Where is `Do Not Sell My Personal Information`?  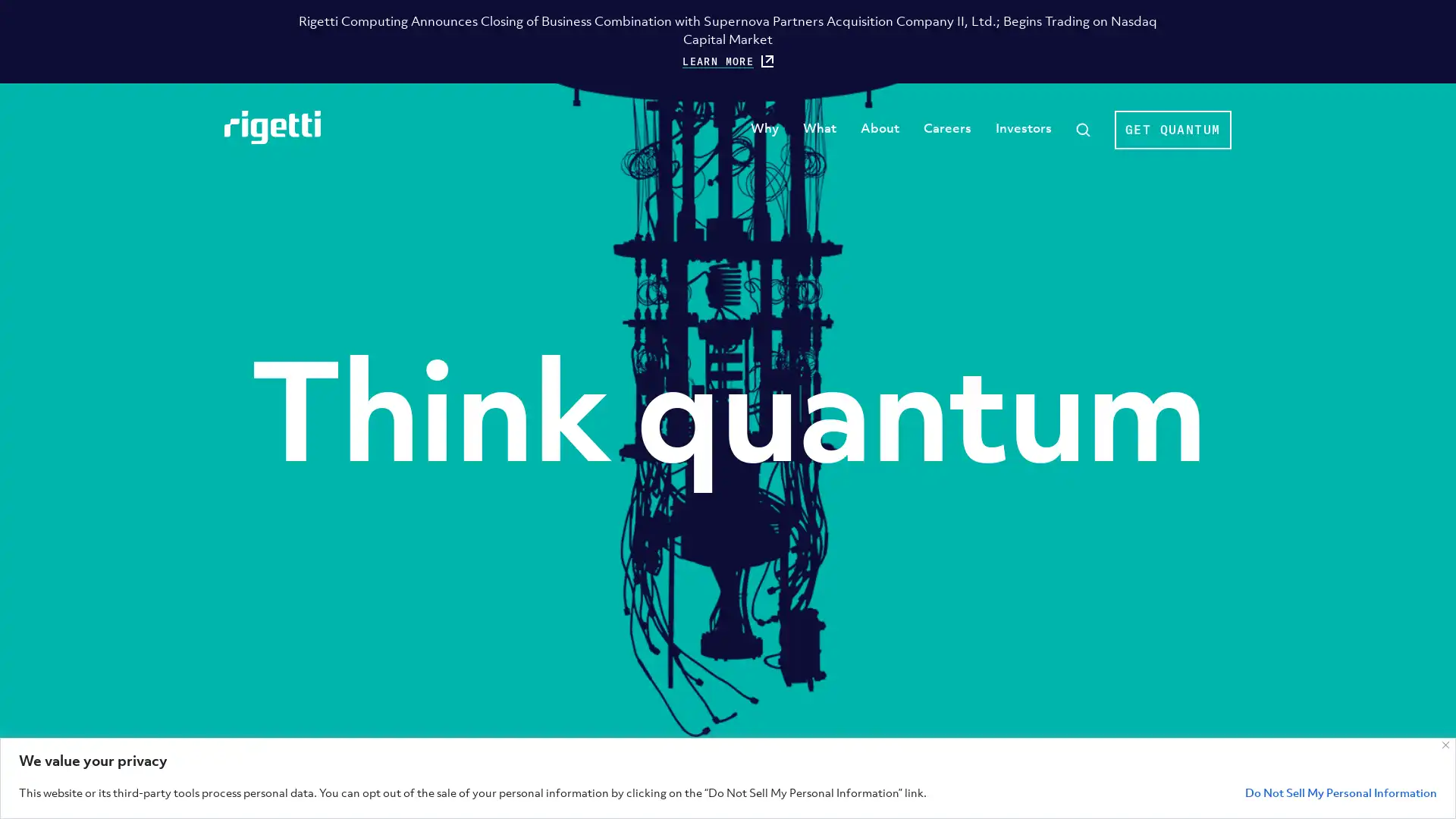 Do Not Sell My Personal Information is located at coordinates (1341, 791).